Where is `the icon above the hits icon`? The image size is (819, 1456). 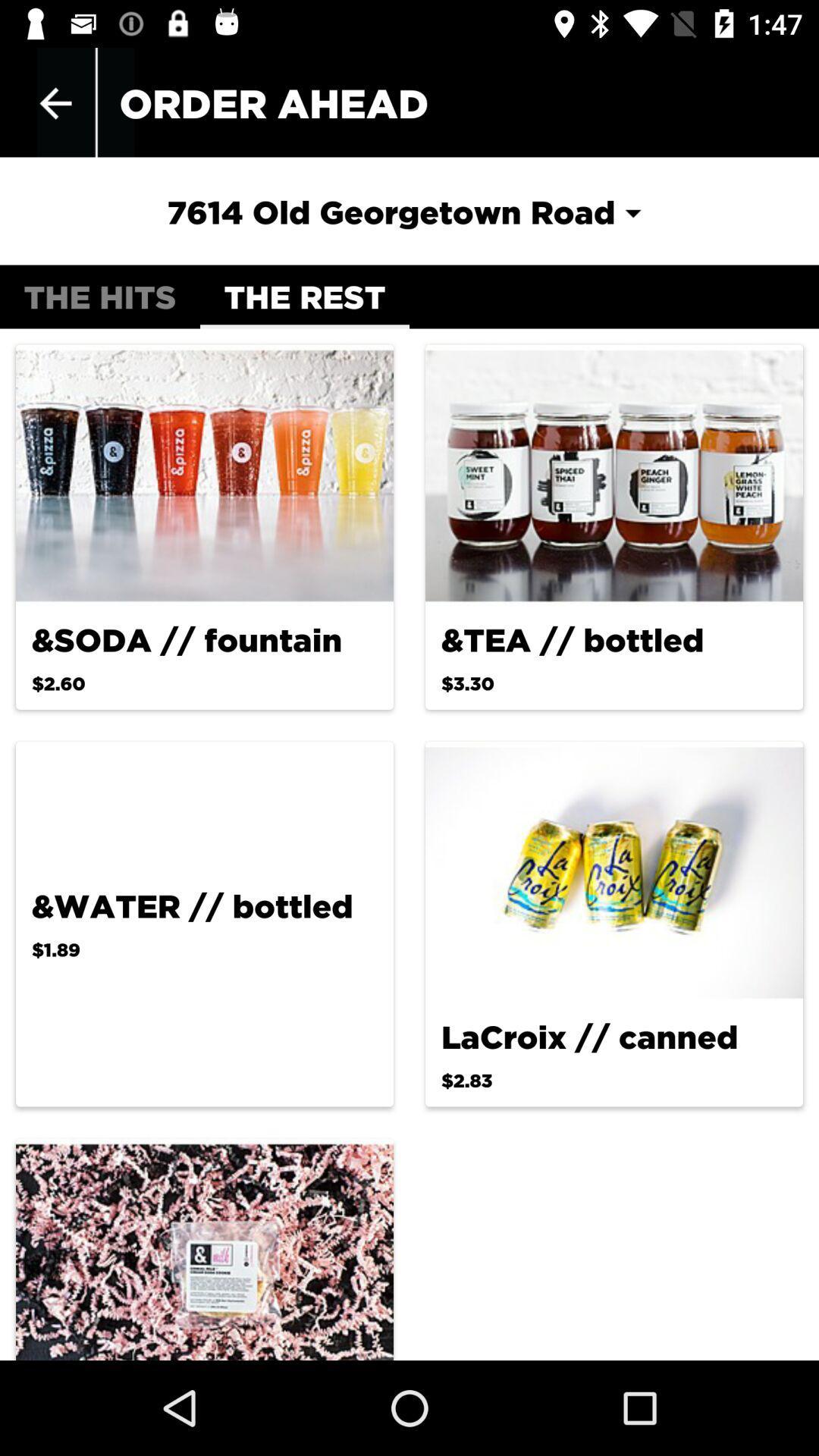 the icon above the hits icon is located at coordinates (55, 102).